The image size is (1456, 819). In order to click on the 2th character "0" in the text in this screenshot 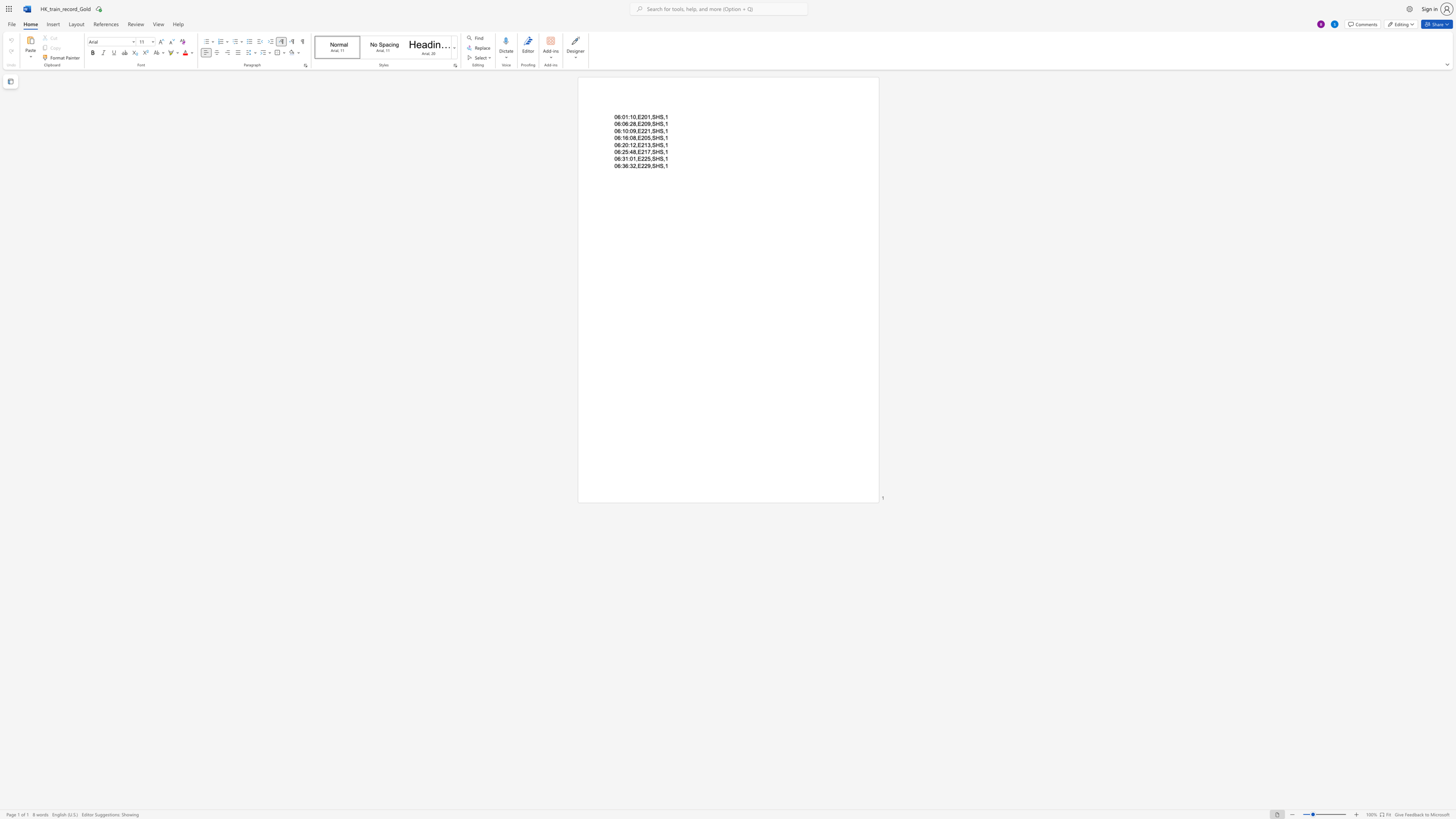, I will do `click(631, 158)`.